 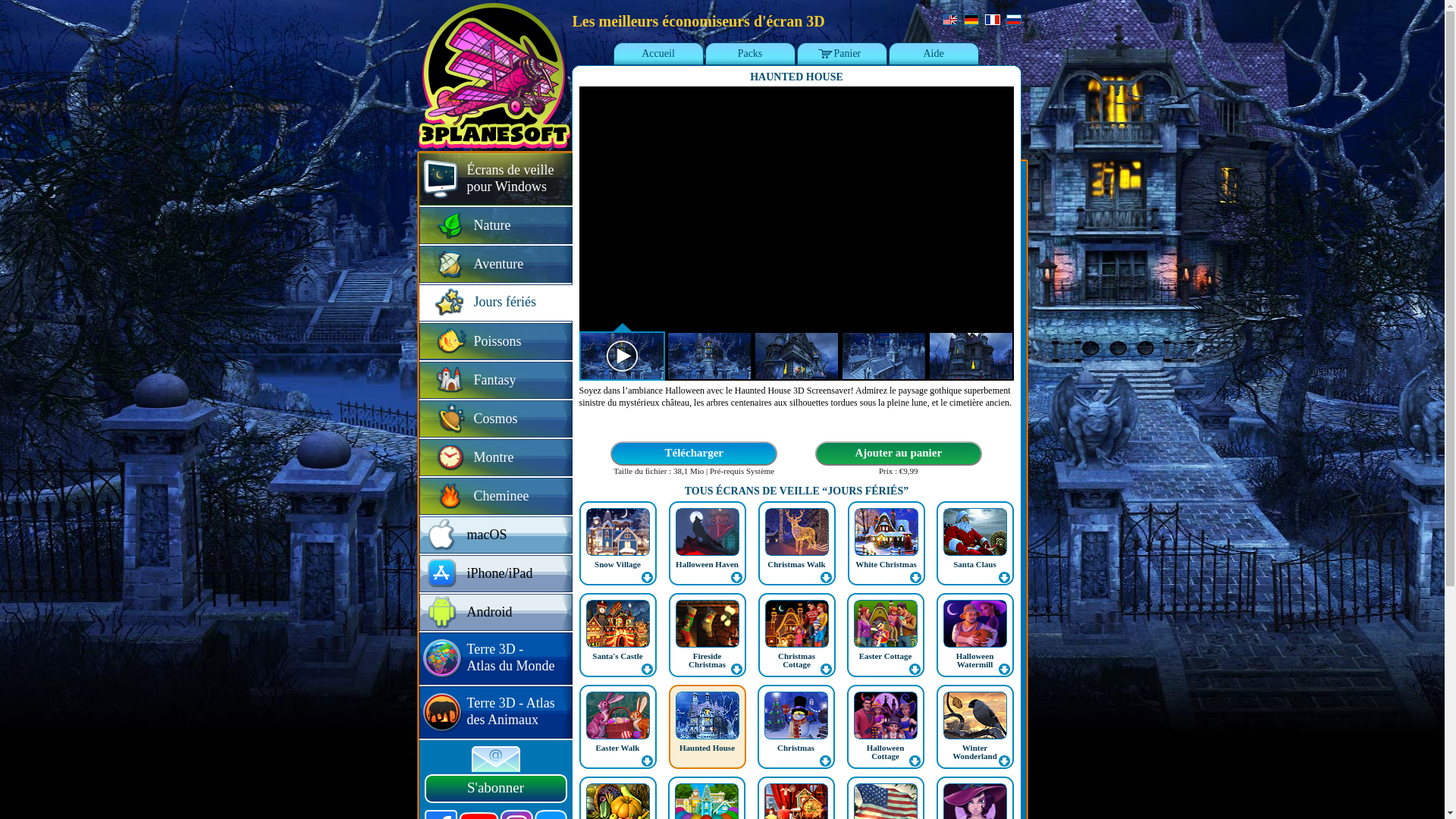 What do you see at coordinates (706, 635) in the screenshot?
I see `'Fireside Christmas'` at bounding box center [706, 635].